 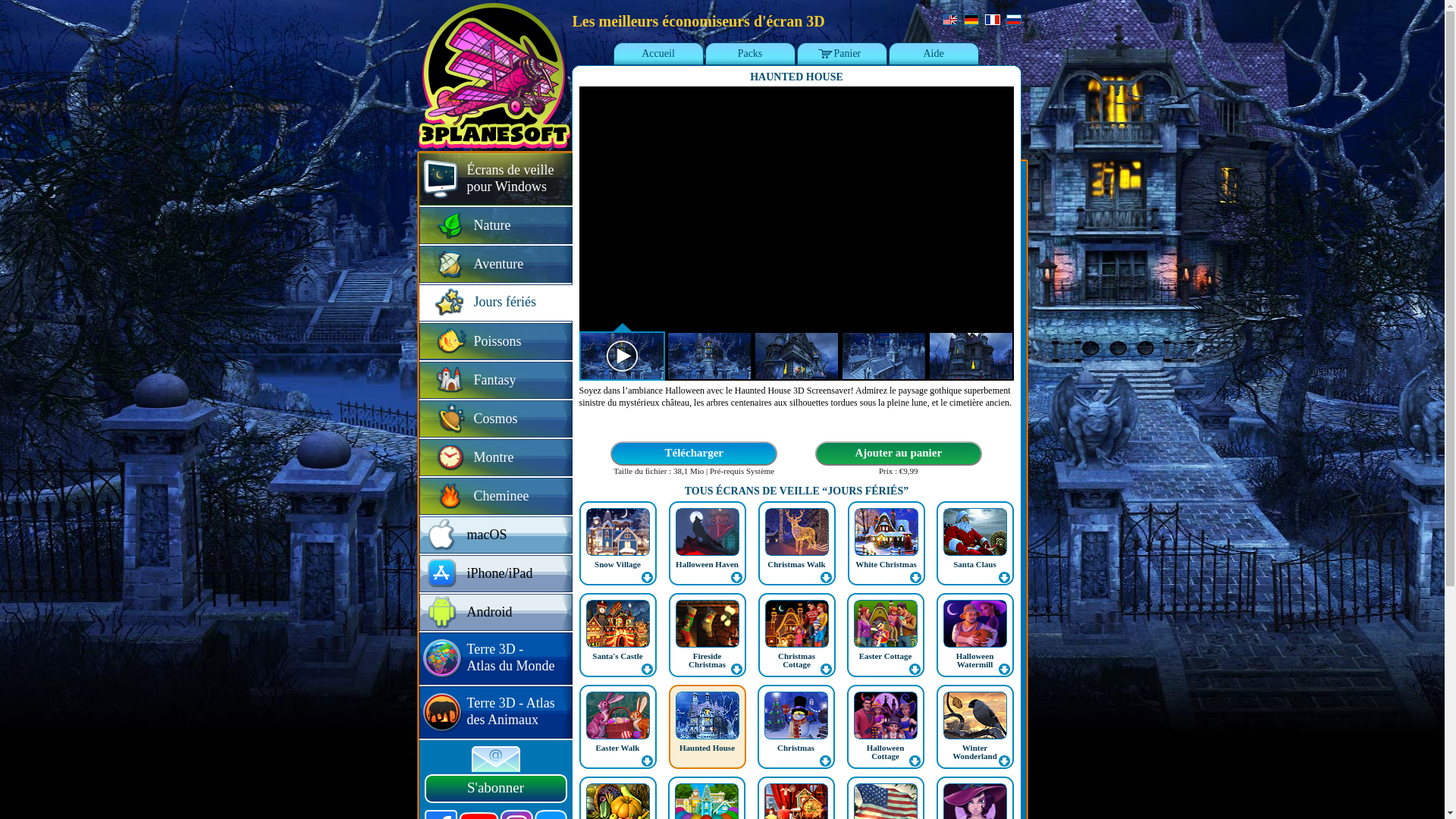 What do you see at coordinates (706, 635) in the screenshot?
I see `'Fireside Christmas'` at bounding box center [706, 635].